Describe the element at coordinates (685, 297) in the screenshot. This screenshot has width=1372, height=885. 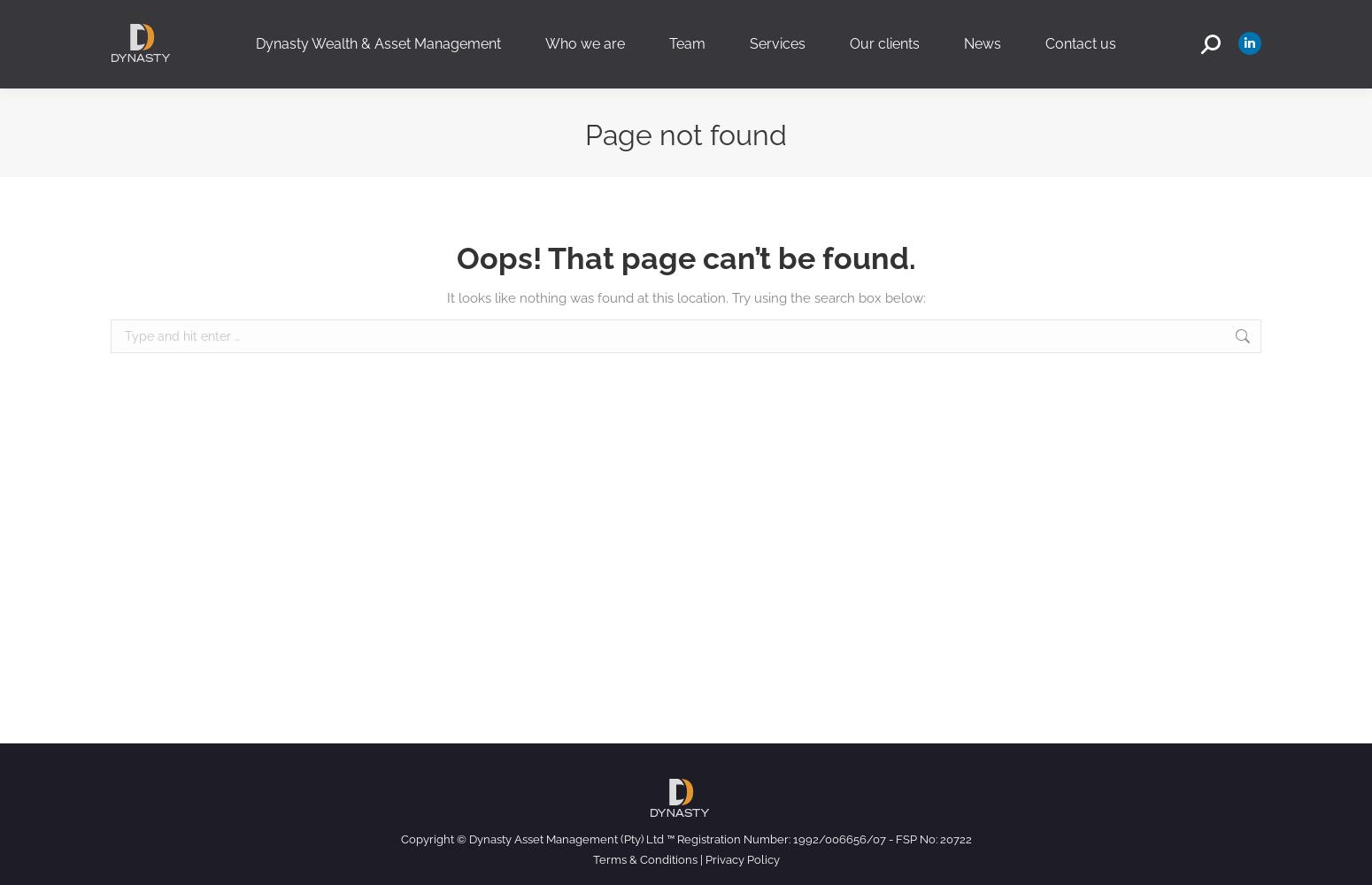
I see `'It looks like nothing was found at this location. Try using the search box below:'` at that location.